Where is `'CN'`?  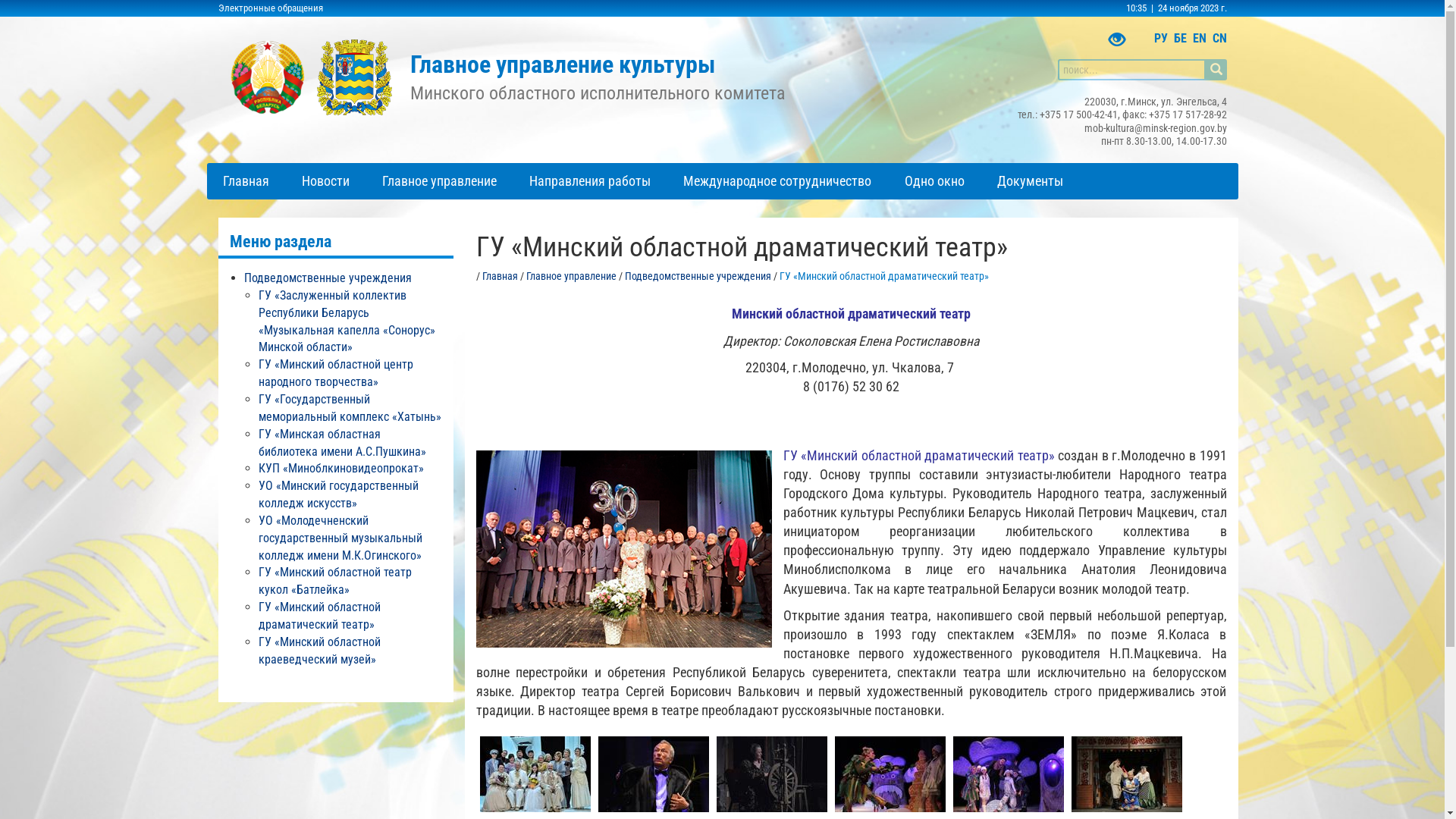 'CN' is located at coordinates (1219, 37).